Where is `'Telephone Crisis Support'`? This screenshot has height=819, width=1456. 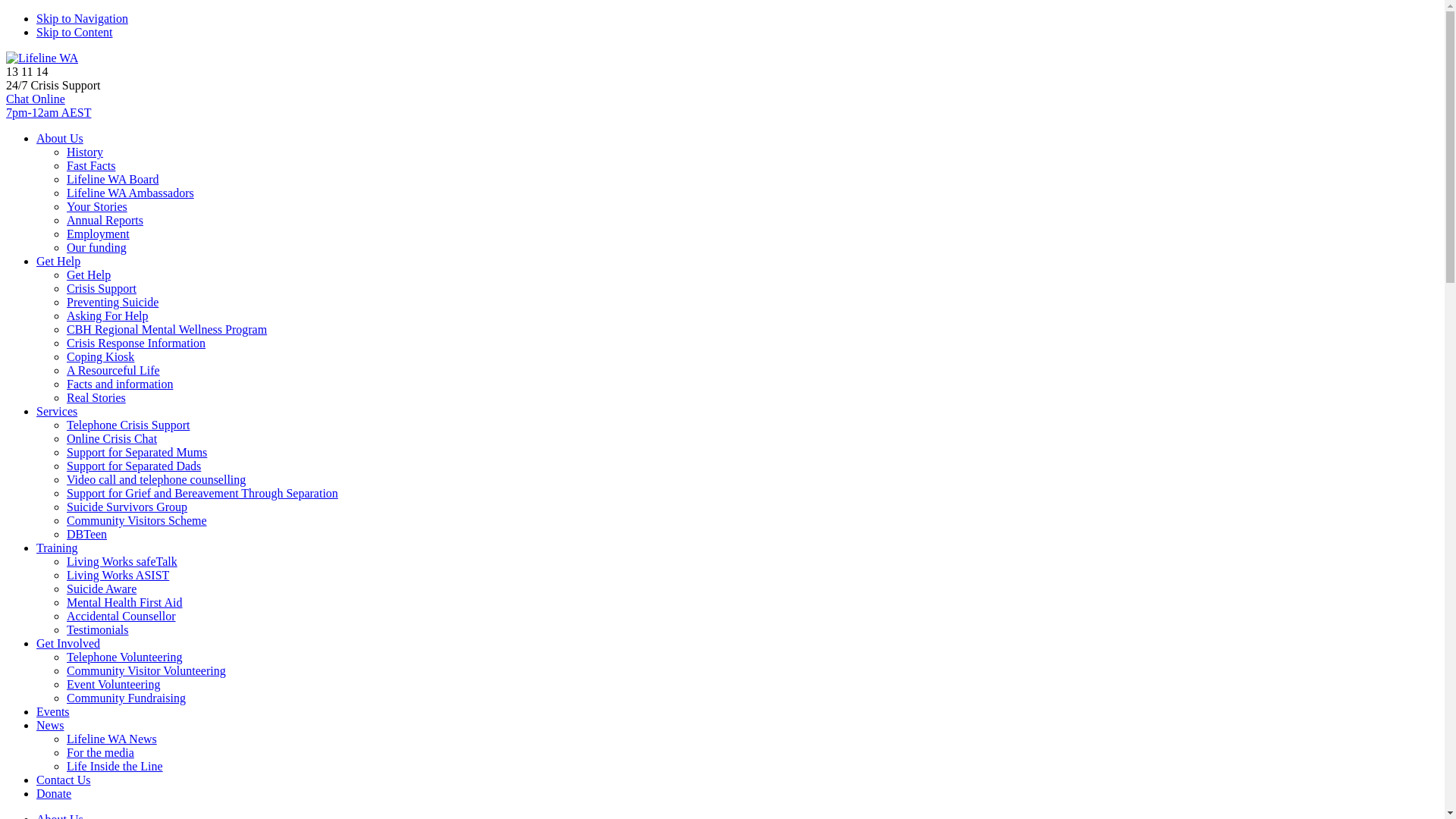 'Telephone Crisis Support' is located at coordinates (127, 425).